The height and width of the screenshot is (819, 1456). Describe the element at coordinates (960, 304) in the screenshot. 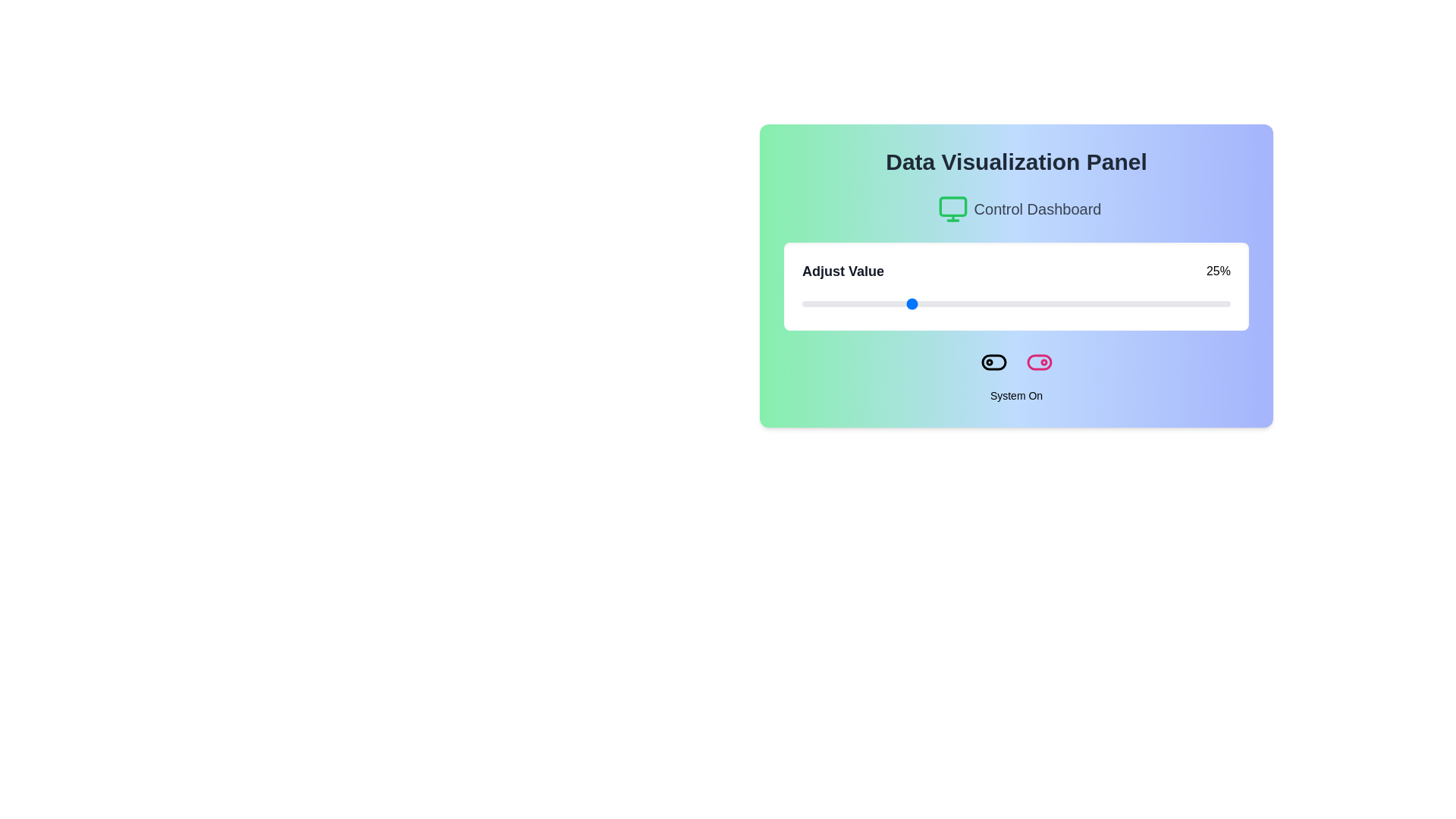

I see `the slider to 37%` at that location.